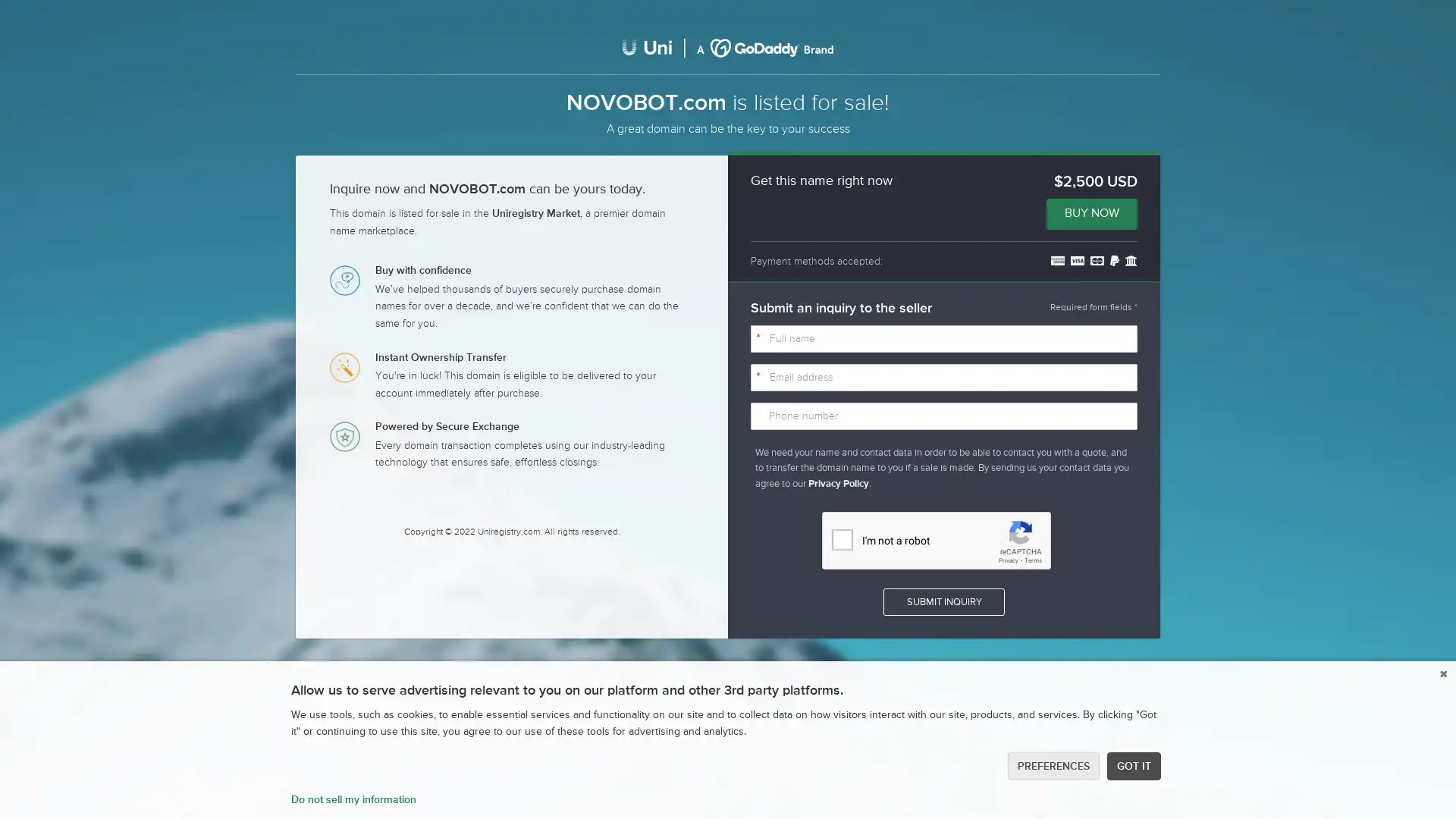 Image resolution: width=1456 pixels, height=819 pixels. Describe the element at coordinates (943, 601) in the screenshot. I see `SUBMIT INQUIRY` at that location.